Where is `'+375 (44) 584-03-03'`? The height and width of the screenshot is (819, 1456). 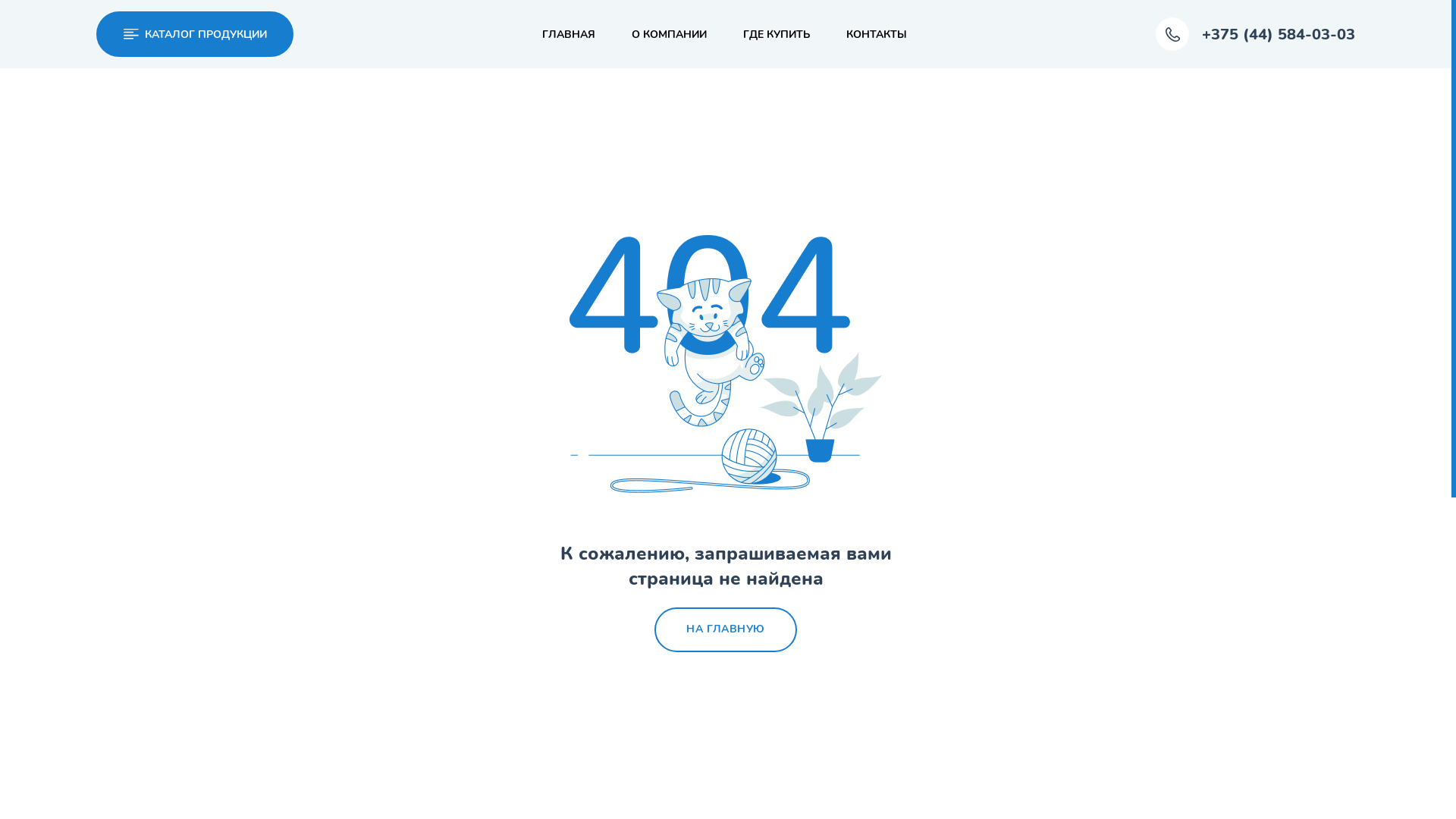
'+375 (44) 584-03-03' is located at coordinates (1255, 34).